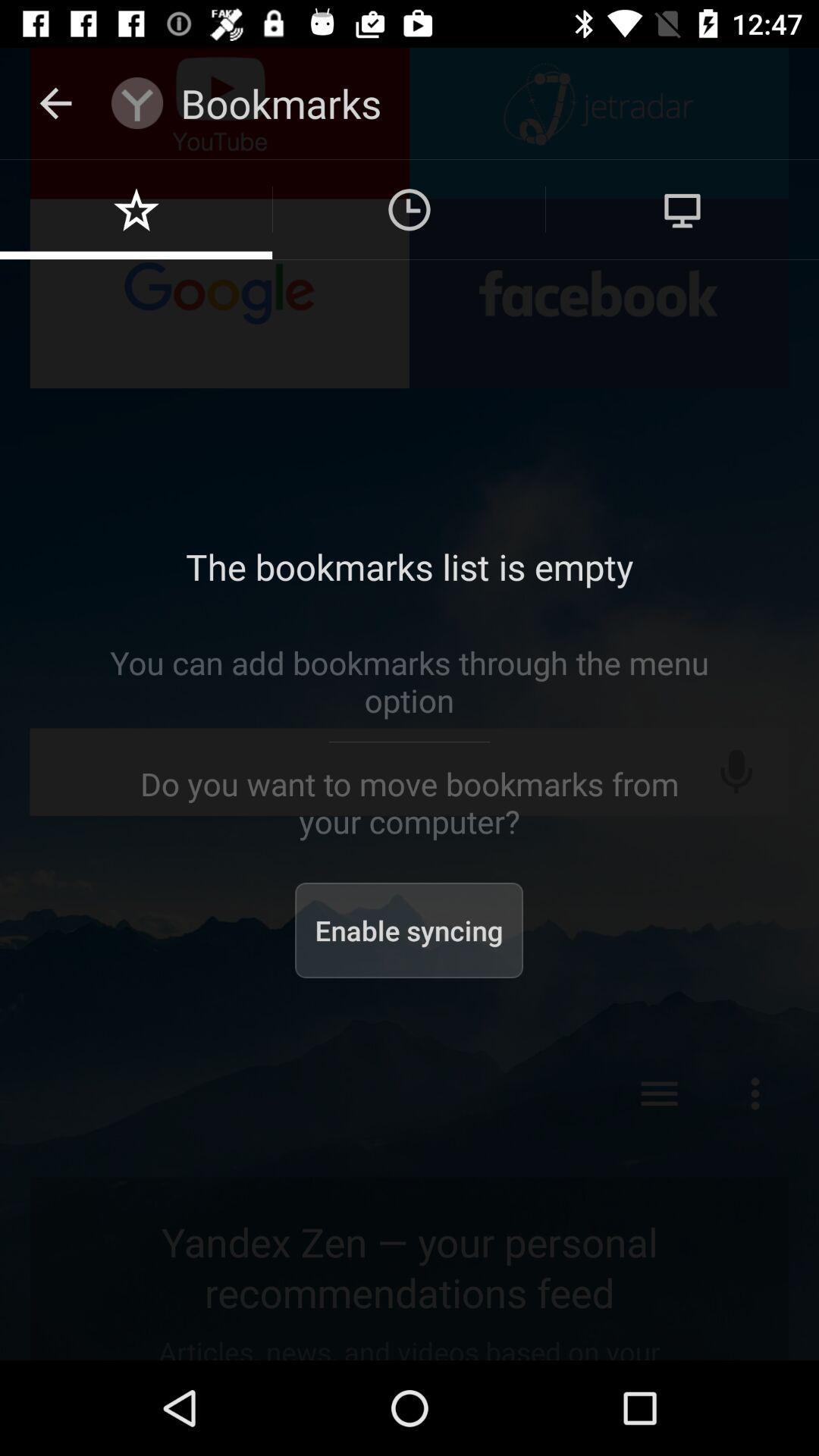 The image size is (819, 1456). I want to click on the enable syncing item, so click(408, 930).